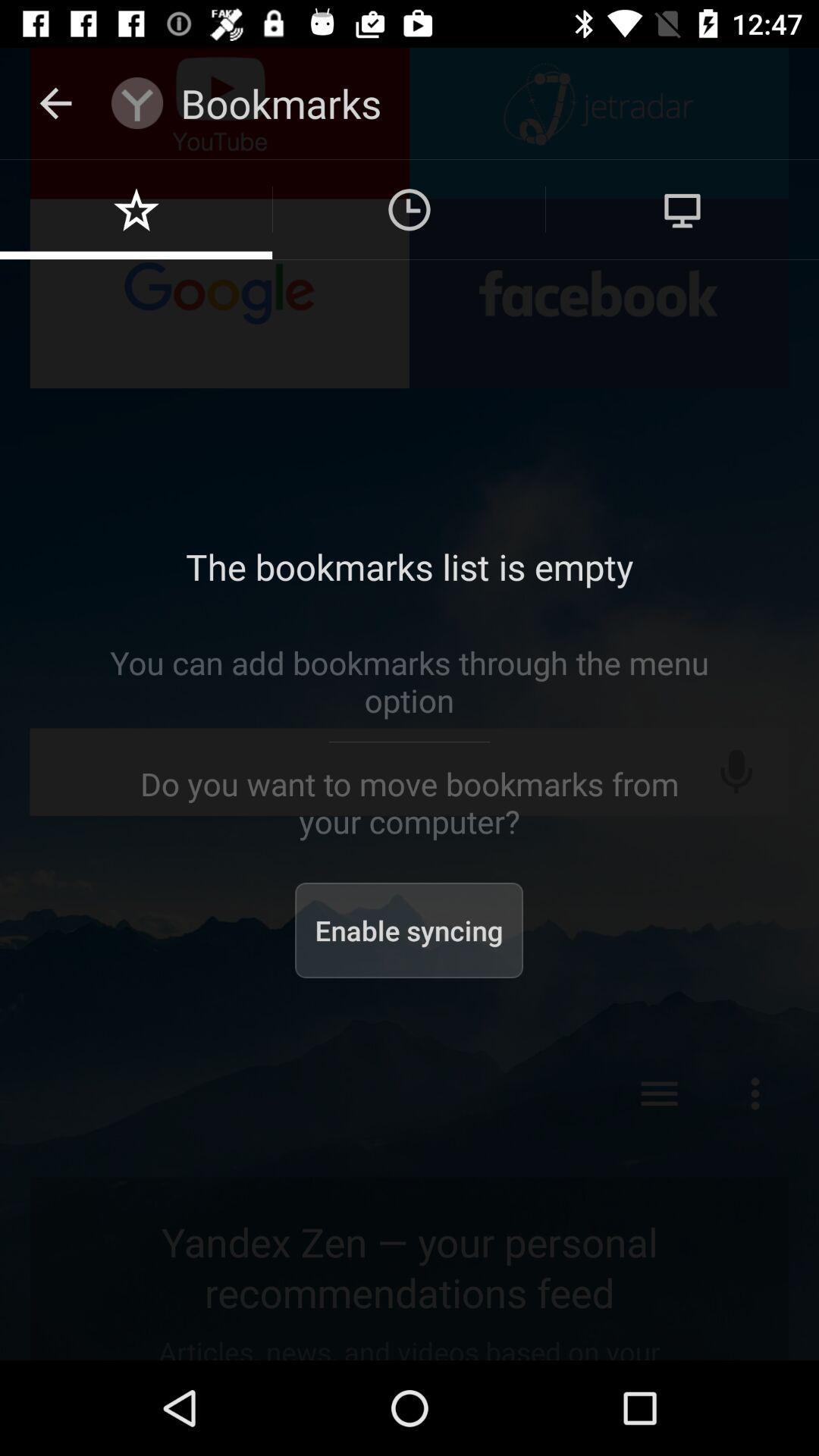 The image size is (819, 1456). I want to click on the enable syncing item, so click(408, 930).